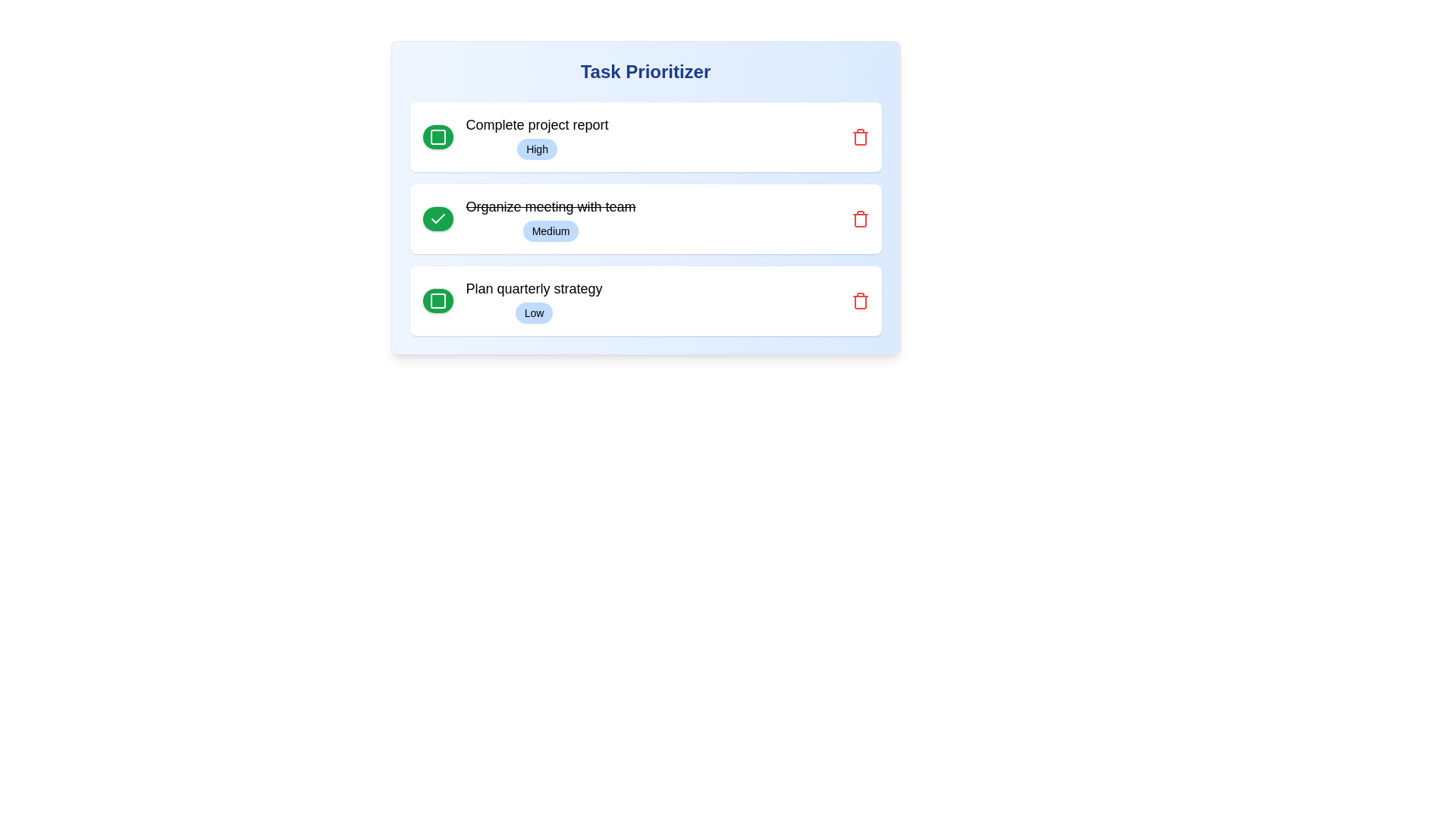 This screenshot has height=819, width=1456. I want to click on 'High' priority label located to the right of the 'Complete project report' label in the first item of the task list, so click(537, 149).